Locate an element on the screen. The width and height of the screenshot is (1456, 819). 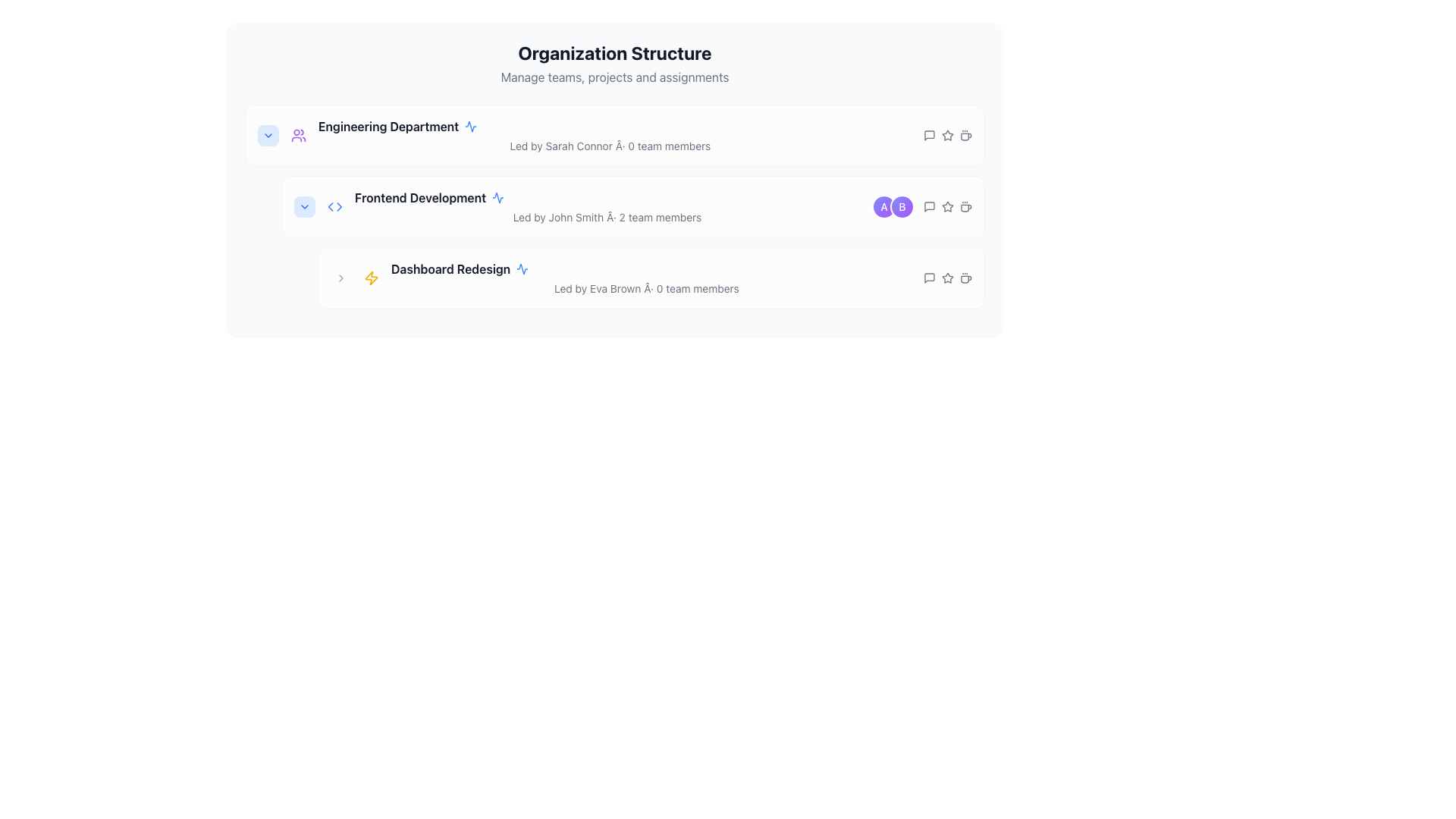
the static text element that reads 'Manage teams, projects and assignments', which is located directly beneath the bold header 'Organization Structure' is located at coordinates (615, 77).